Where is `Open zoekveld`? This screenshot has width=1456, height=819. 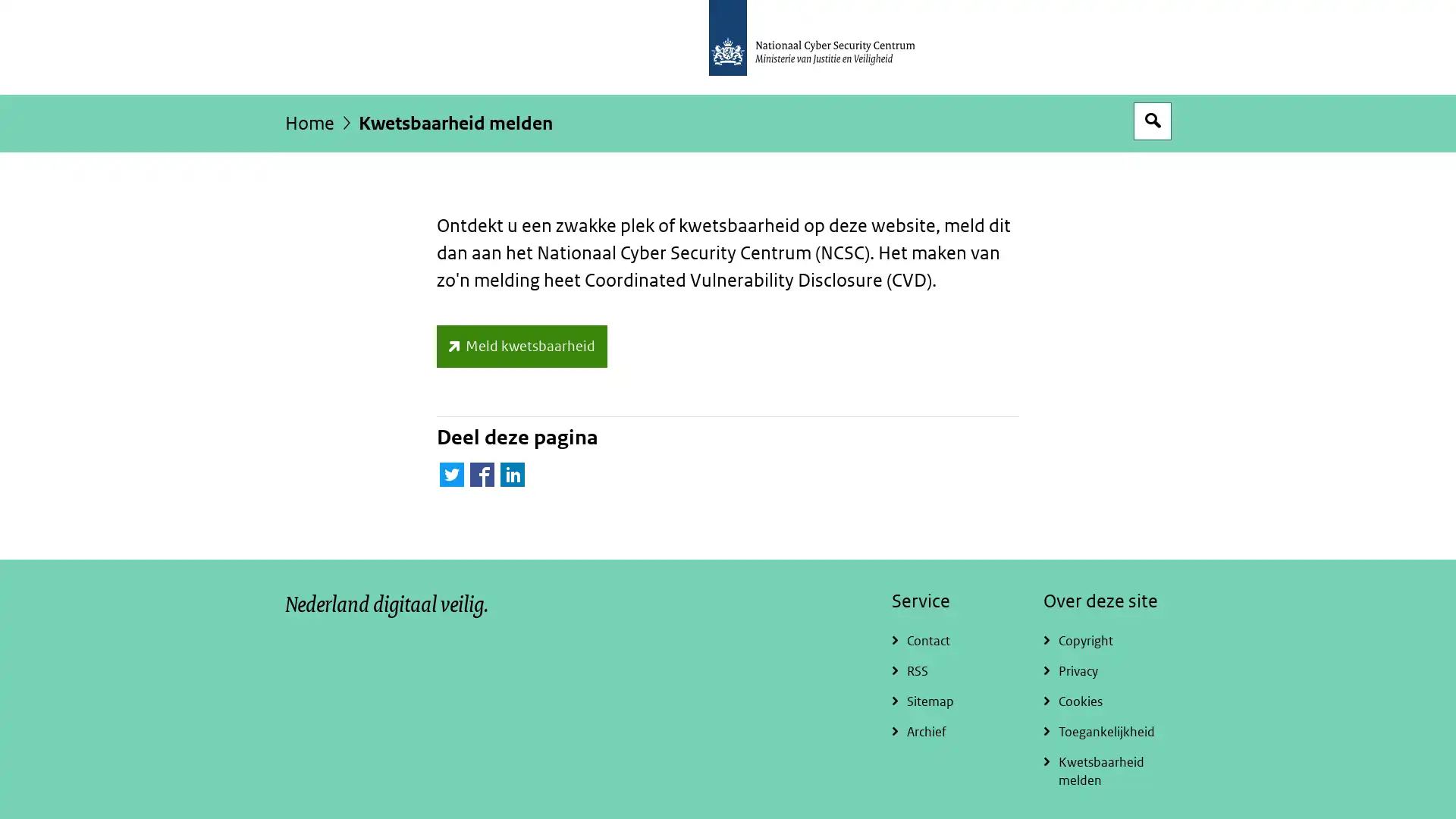 Open zoekveld is located at coordinates (1153, 120).